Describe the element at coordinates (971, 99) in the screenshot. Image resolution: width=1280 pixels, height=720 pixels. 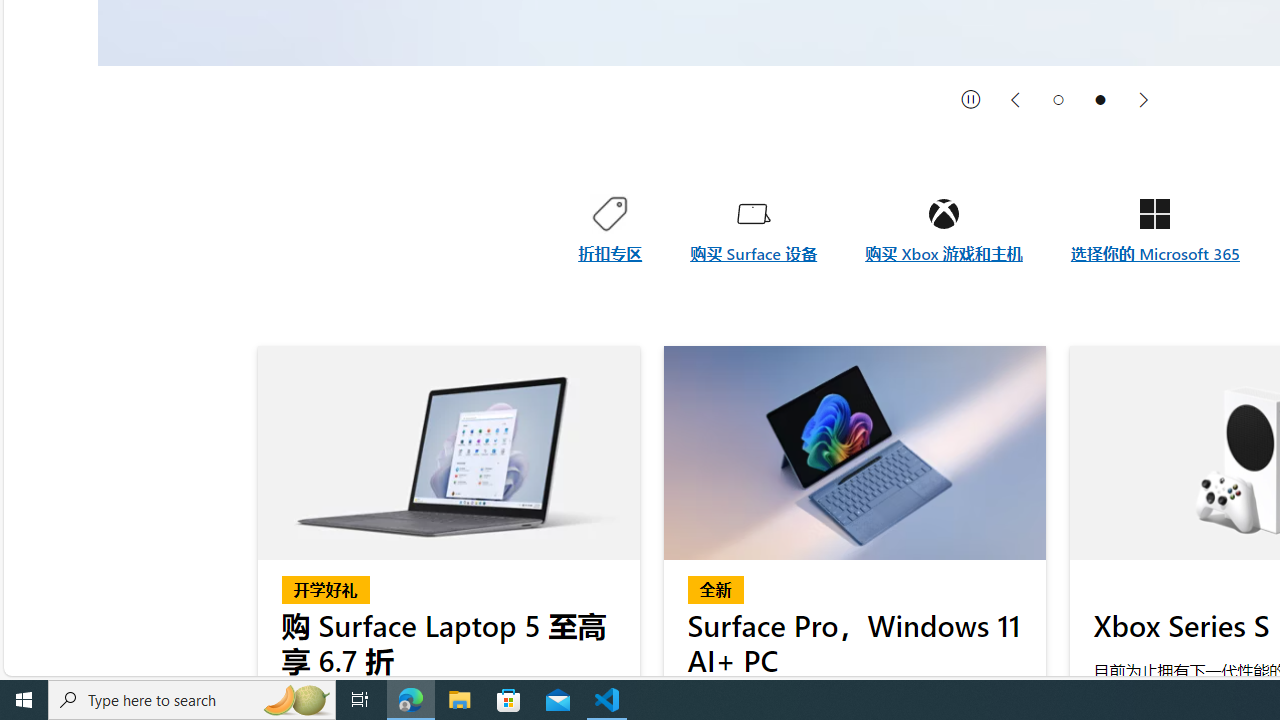
I see `'Pause'` at that location.